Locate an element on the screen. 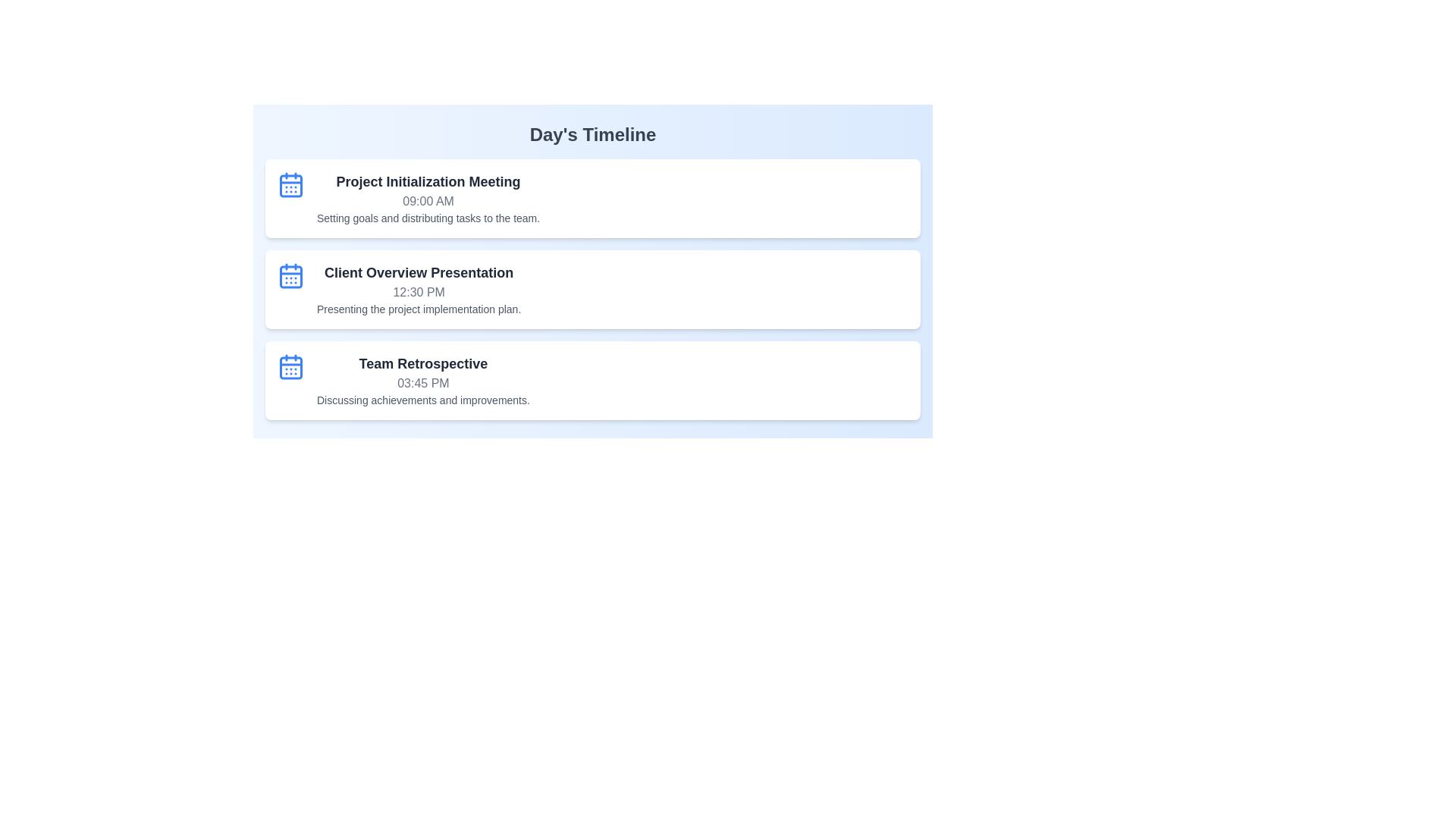 This screenshot has width=1456, height=819. the content of the text label that serves as the title for a specific timeline event, located near the top of the timeline interface, to the right of a calendar icon is located at coordinates (428, 180).